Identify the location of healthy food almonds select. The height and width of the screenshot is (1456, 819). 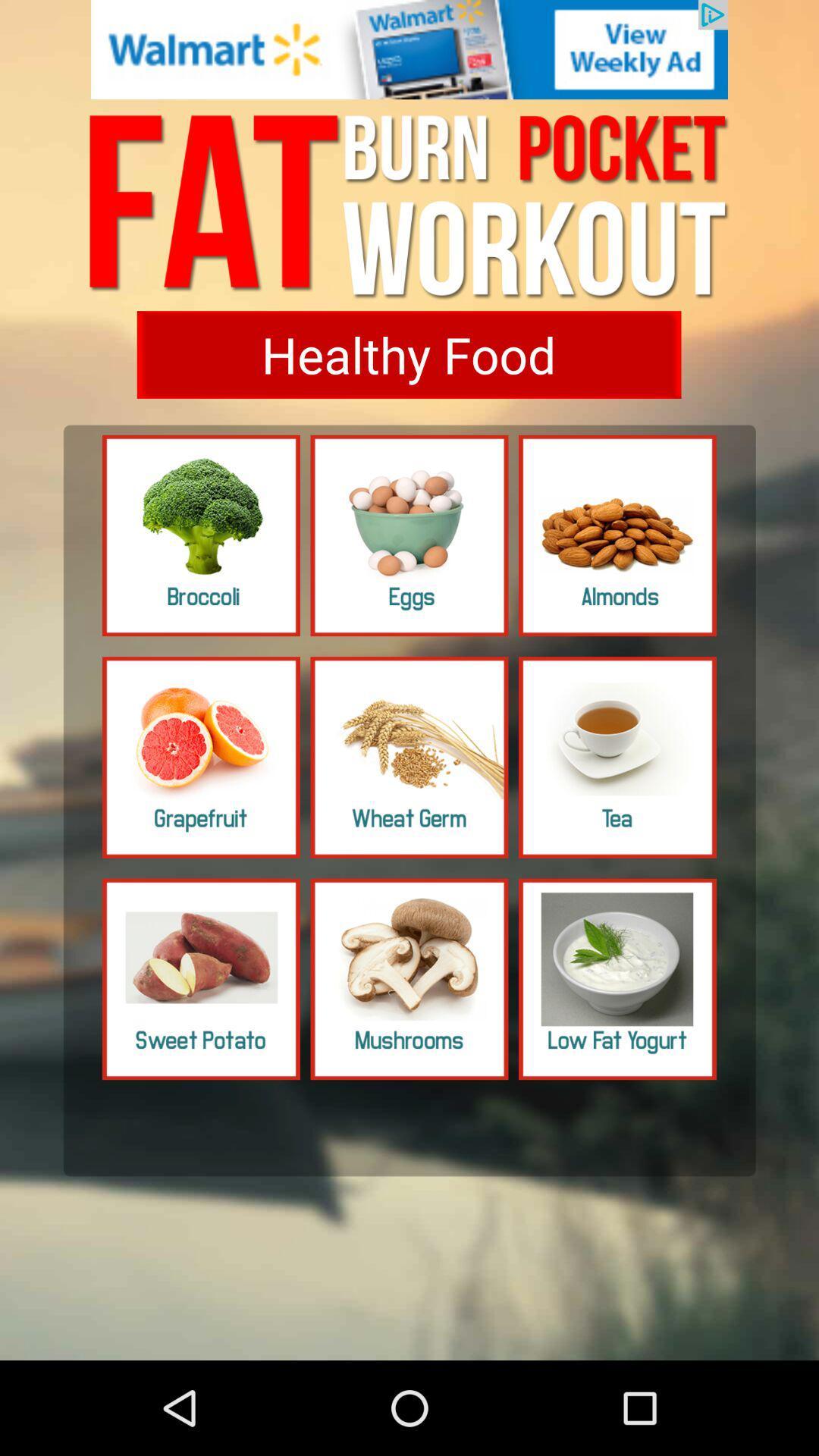
(617, 535).